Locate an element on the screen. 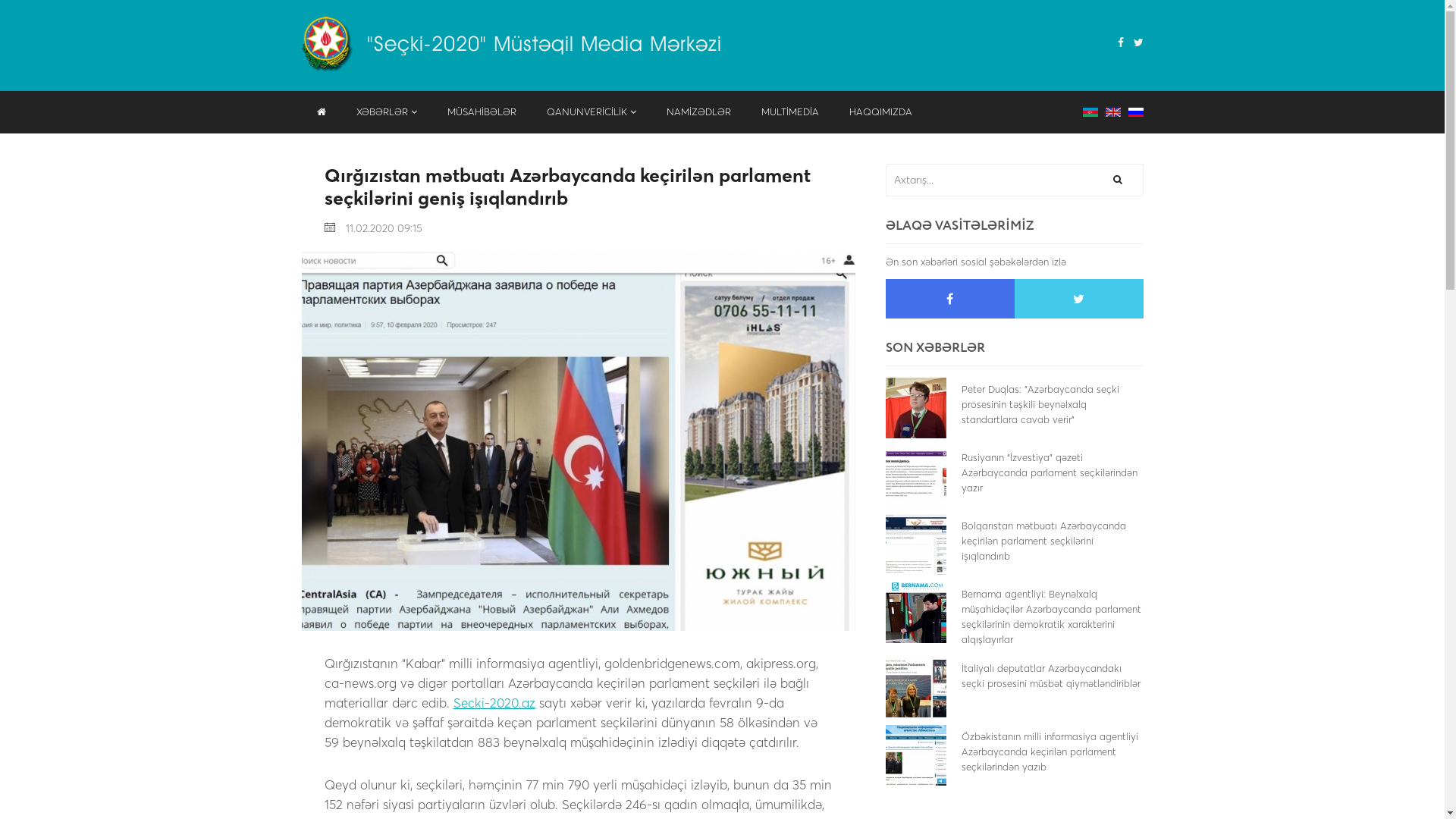 This screenshot has height=819, width=1456. 'Secki-2020.az' is located at coordinates (453, 702).